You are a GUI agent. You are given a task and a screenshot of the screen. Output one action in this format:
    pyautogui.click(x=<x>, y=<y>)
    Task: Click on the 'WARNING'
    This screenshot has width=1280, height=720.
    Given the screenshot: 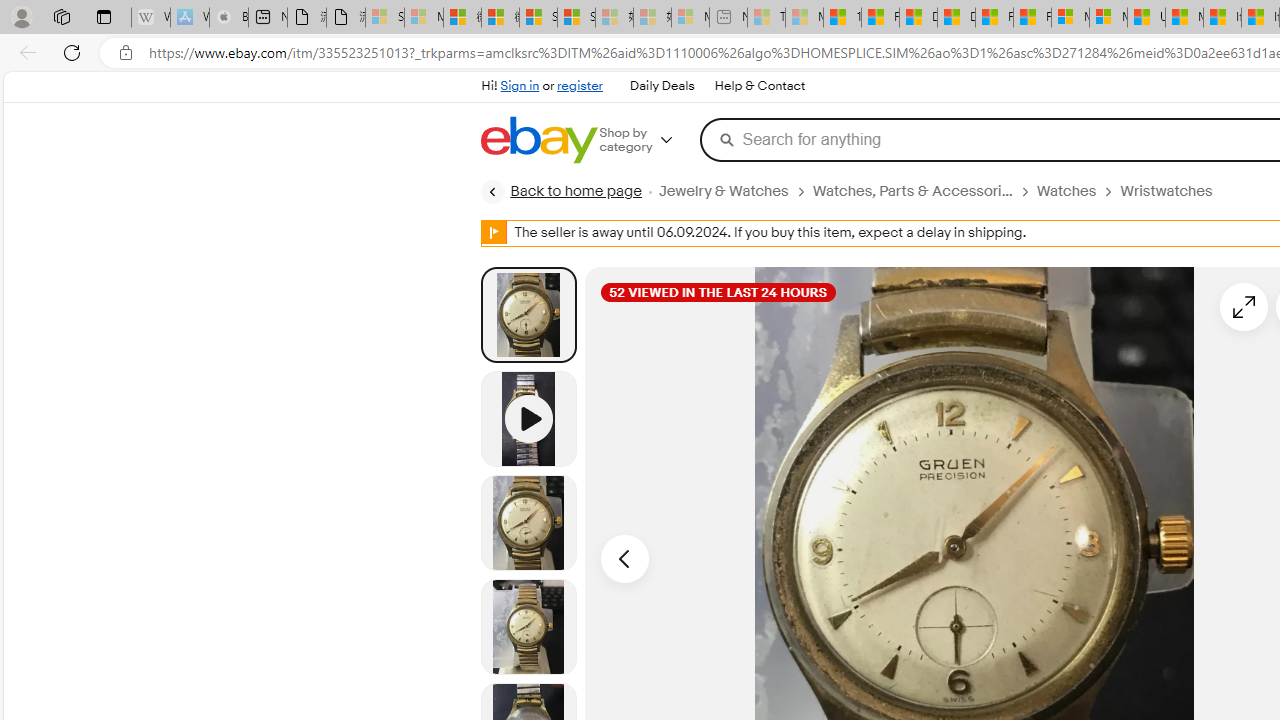 What is the action you would take?
    pyautogui.click(x=494, y=231)
    